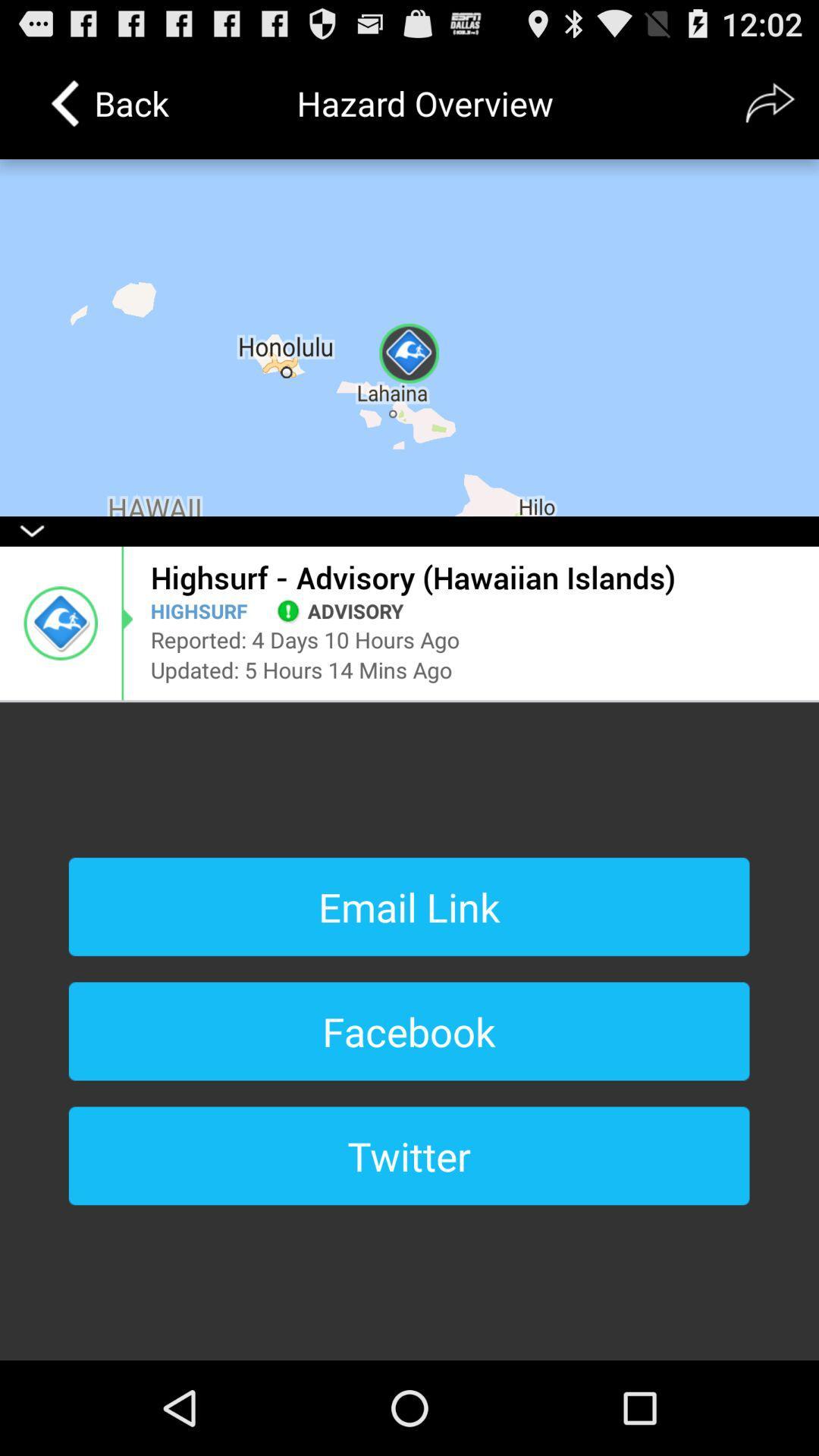 The width and height of the screenshot is (819, 1456). Describe the element at coordinates (288, 611) in the screenshot. I see `the button on green color icon` at that location.